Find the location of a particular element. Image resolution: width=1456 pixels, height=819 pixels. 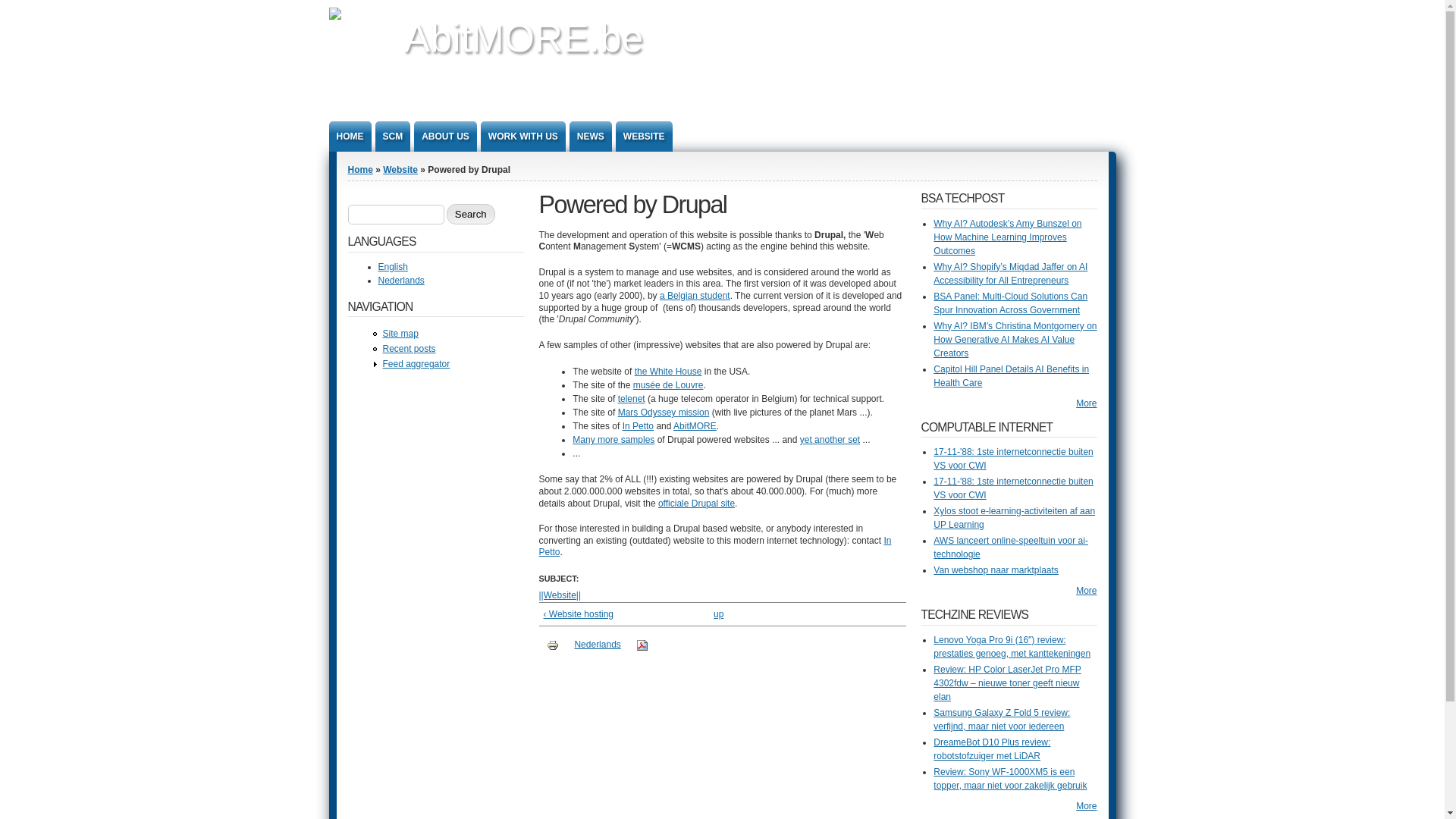

'a Belgian student' is located at coordinates (694, 295).